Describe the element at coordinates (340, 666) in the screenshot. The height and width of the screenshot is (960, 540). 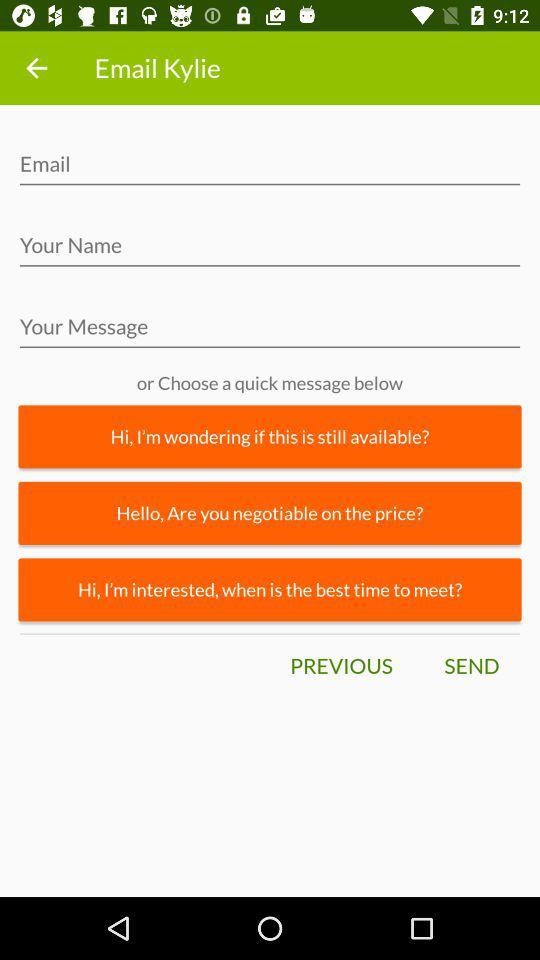
I see `previous item` at that location.